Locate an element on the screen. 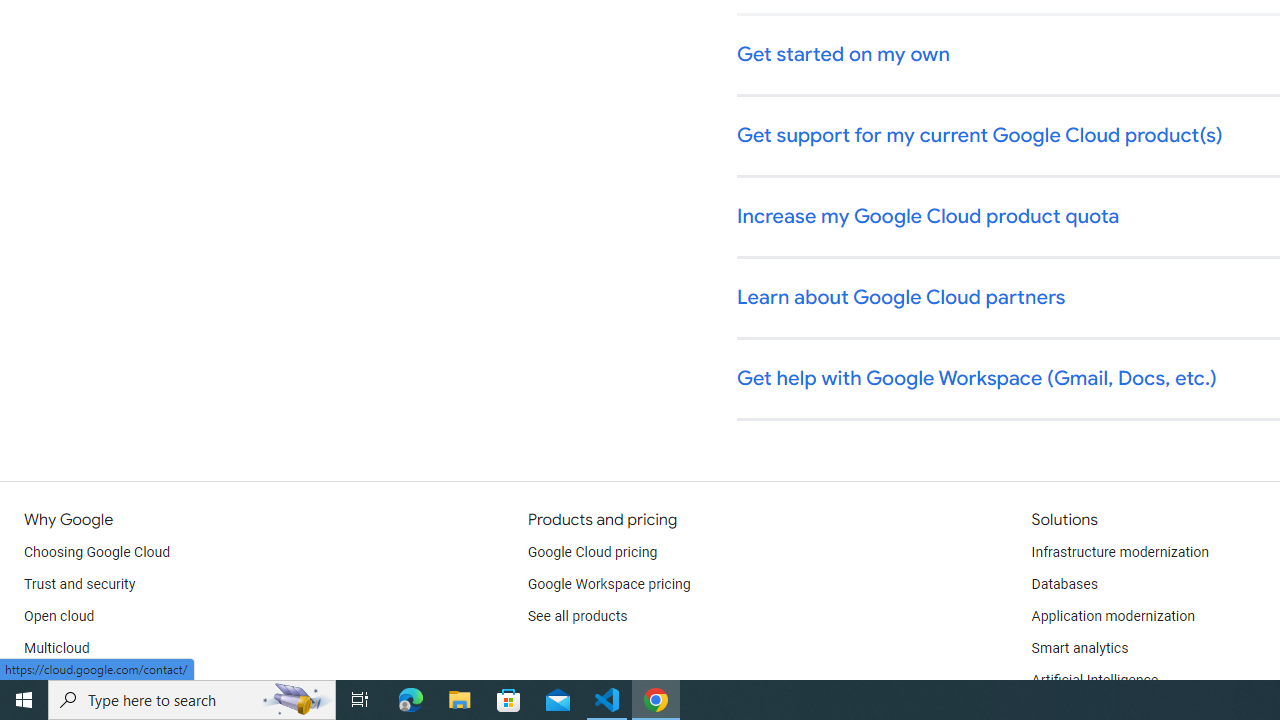 This screenshot has height=720, width=1280. 'Global infrastructure' is located at coordinates (87, 680).